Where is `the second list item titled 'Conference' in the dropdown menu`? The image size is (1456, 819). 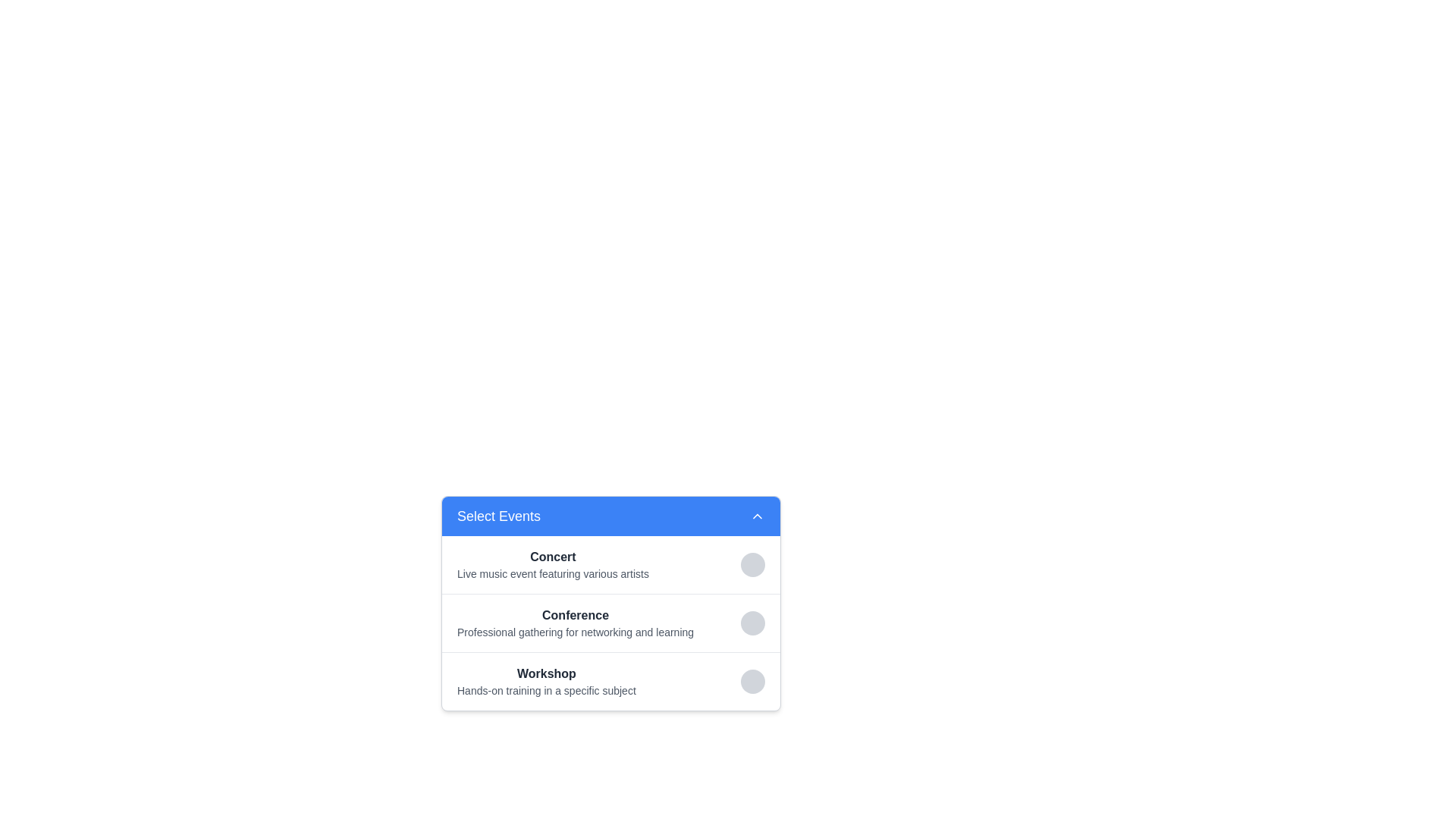 the second list item titled 'Conference' in the dropdown menu is located at coordinates (611, 602).